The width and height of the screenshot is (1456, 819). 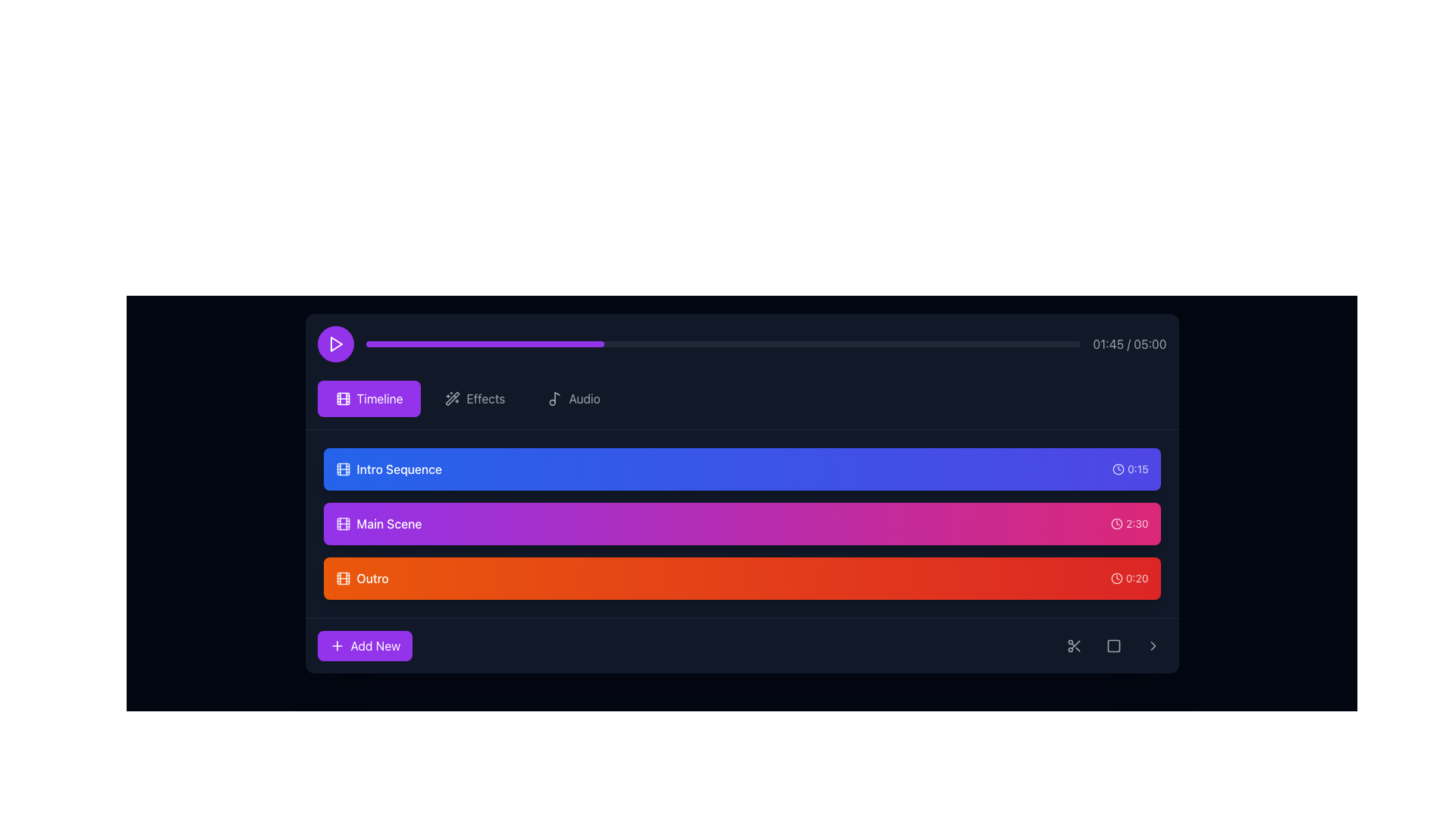 What do you see at coordinates (1153, 646) in the screenshot?
I see `the right-pointing chevron icon located in the bottom-right section of the interface` at bounding box center [1153, 646].